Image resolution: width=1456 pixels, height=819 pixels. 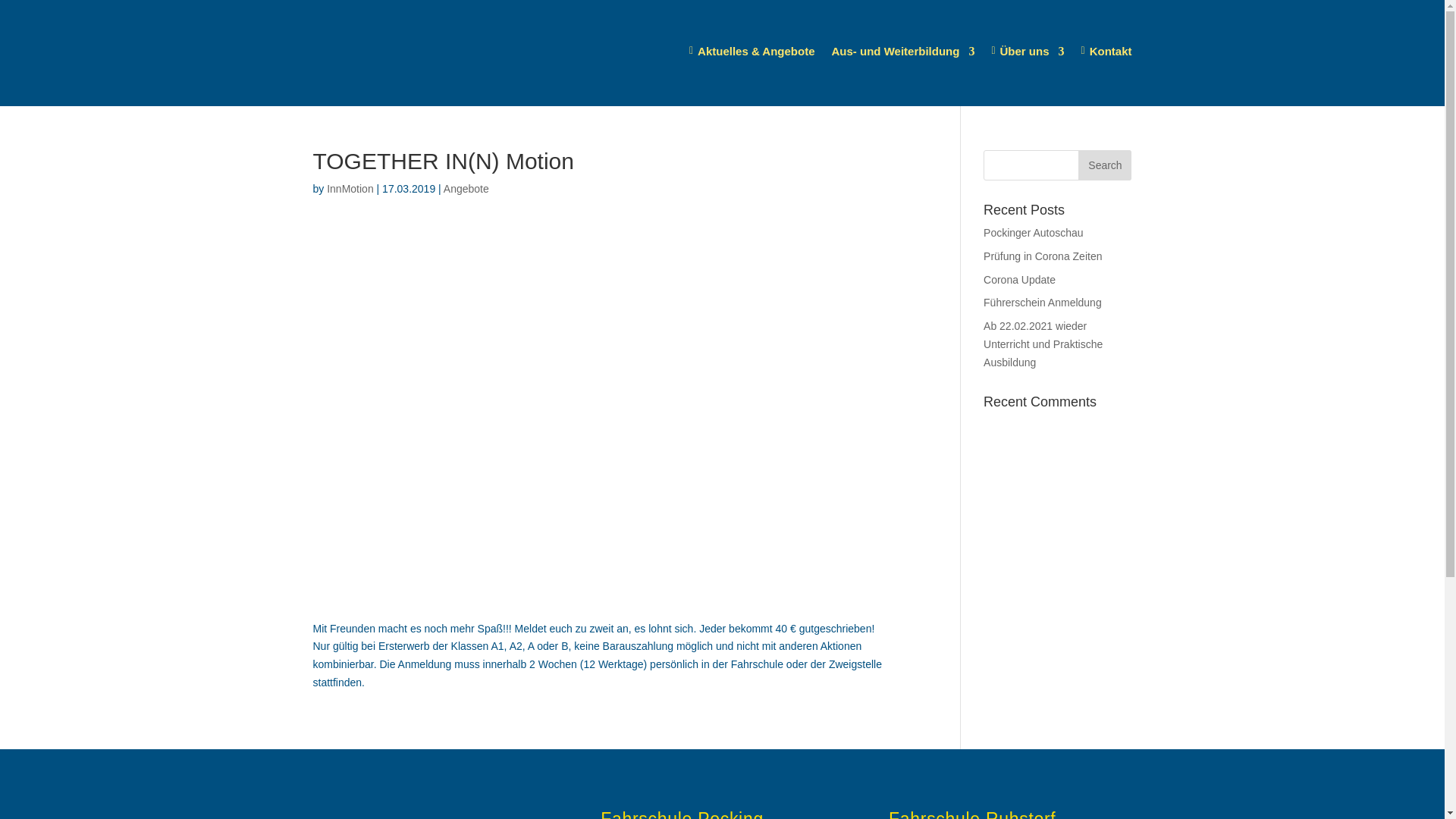 What do you see at coordinates (1106, 51) in the screenshot?
I see `'Kontakt'` at bounding box center [1106, 51].